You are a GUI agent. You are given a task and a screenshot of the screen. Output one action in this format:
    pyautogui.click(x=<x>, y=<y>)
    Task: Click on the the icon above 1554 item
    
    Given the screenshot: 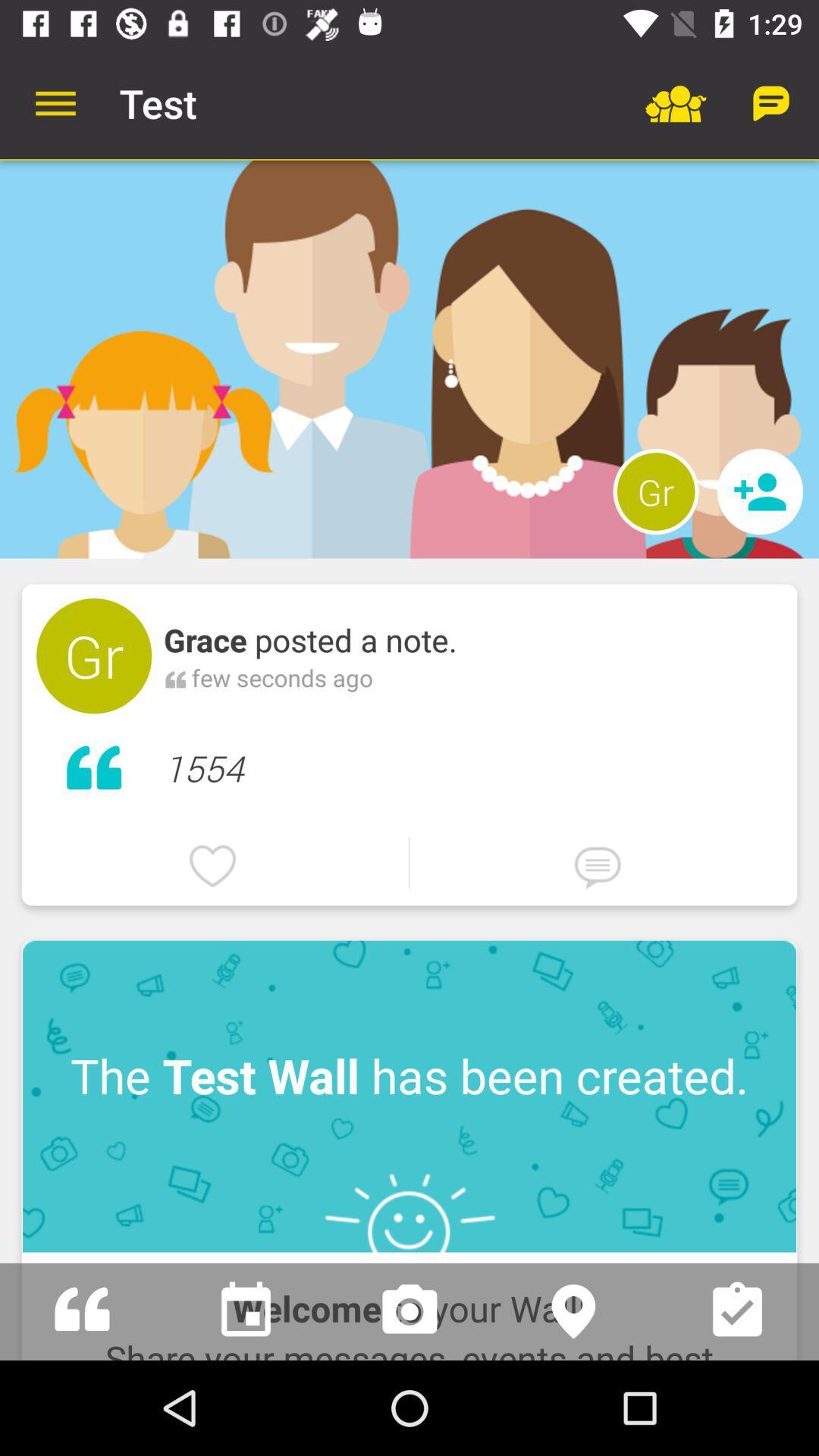 What is the action you would take?
    pyautogui.click(x=655, y=491)
    